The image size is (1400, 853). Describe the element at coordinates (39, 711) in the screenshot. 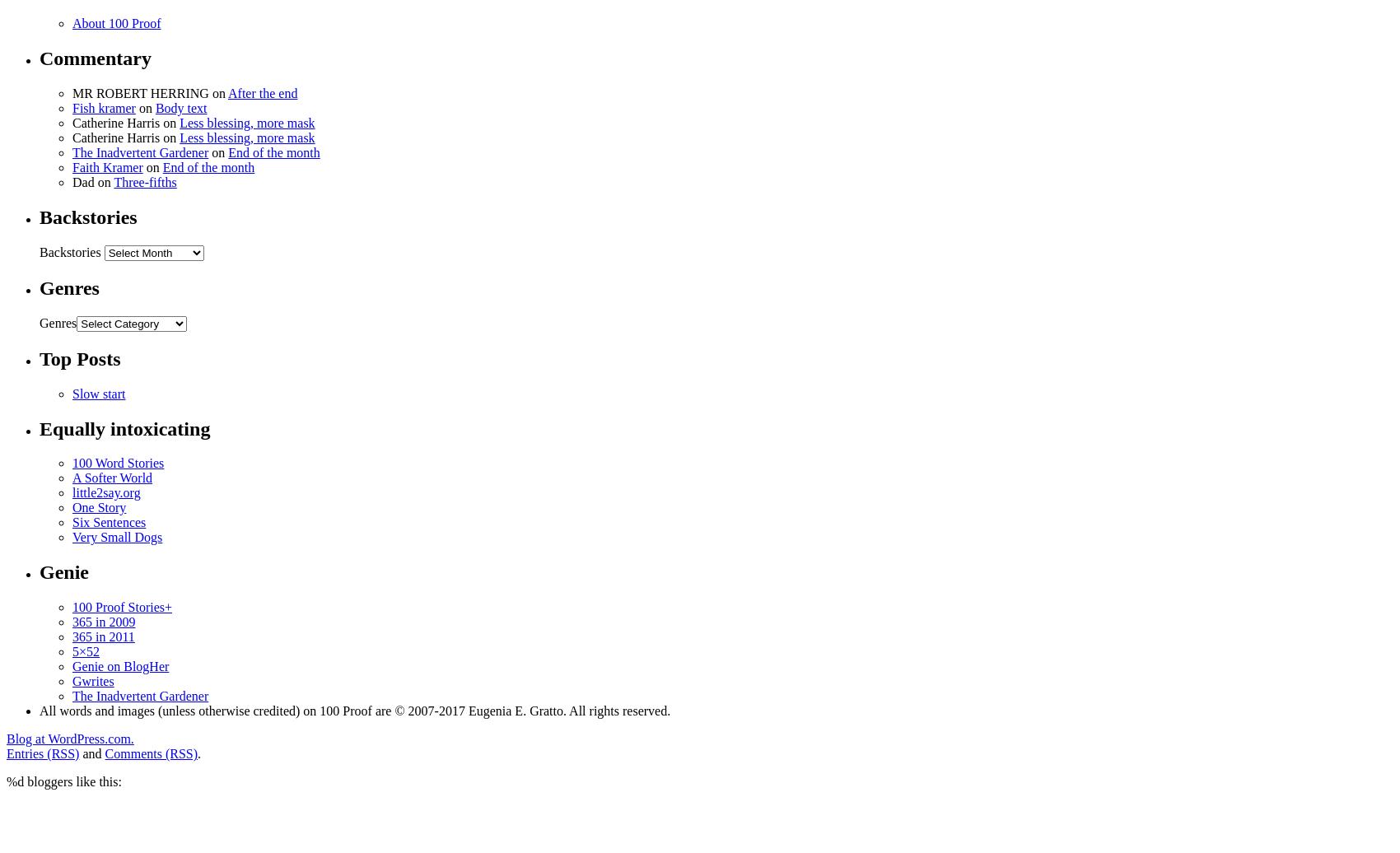

I see `'All words and images (unless otherwise credited) on 100 Proof are © 2007-2017 Eugenia E. Gratto. All rights reserved.'` at that location.